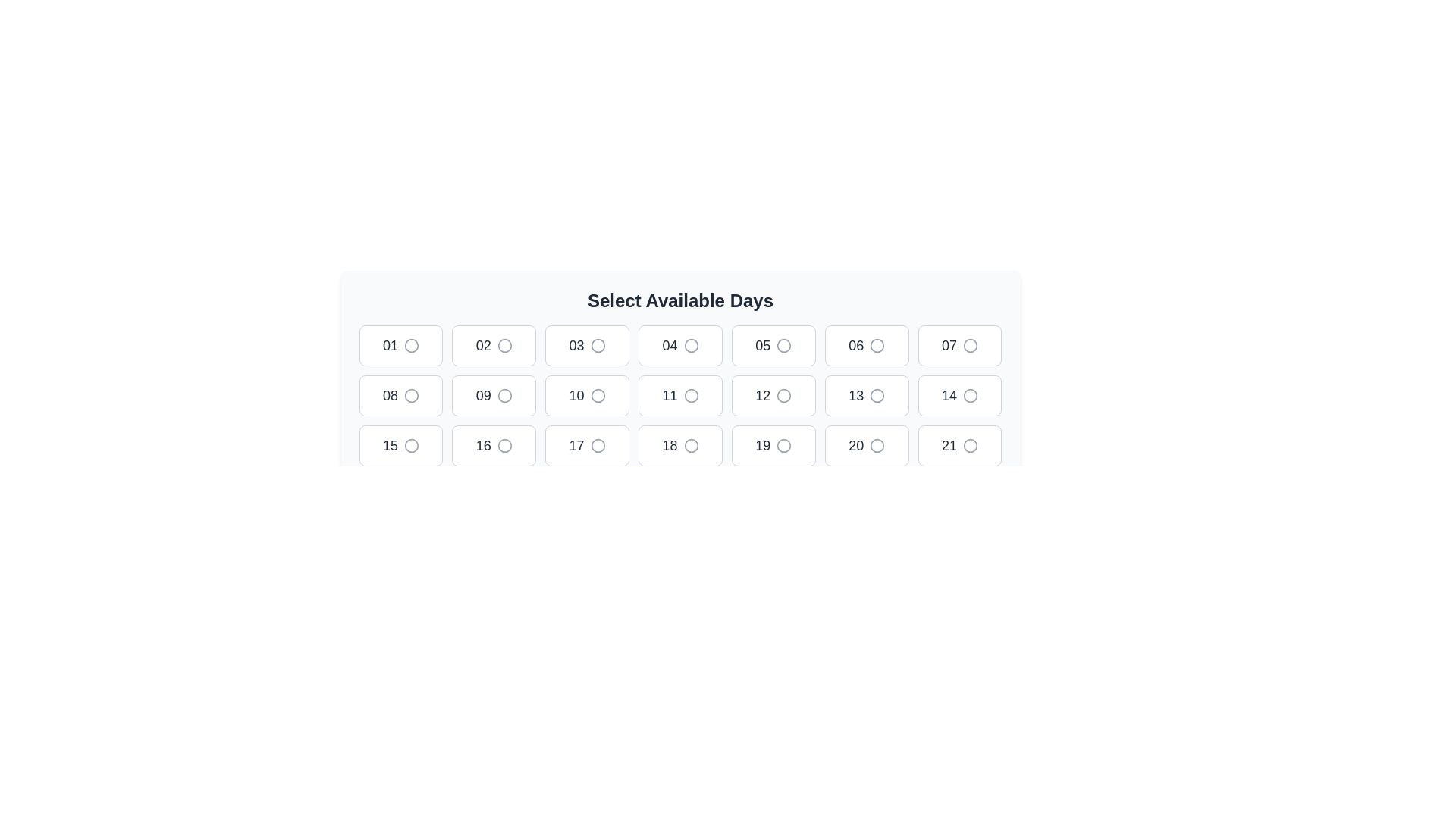 The width and height of the screenshot is (1456, 819). Describe the element at coordinates (504, 444) in the screenshot. I see `the radio button` at that location.